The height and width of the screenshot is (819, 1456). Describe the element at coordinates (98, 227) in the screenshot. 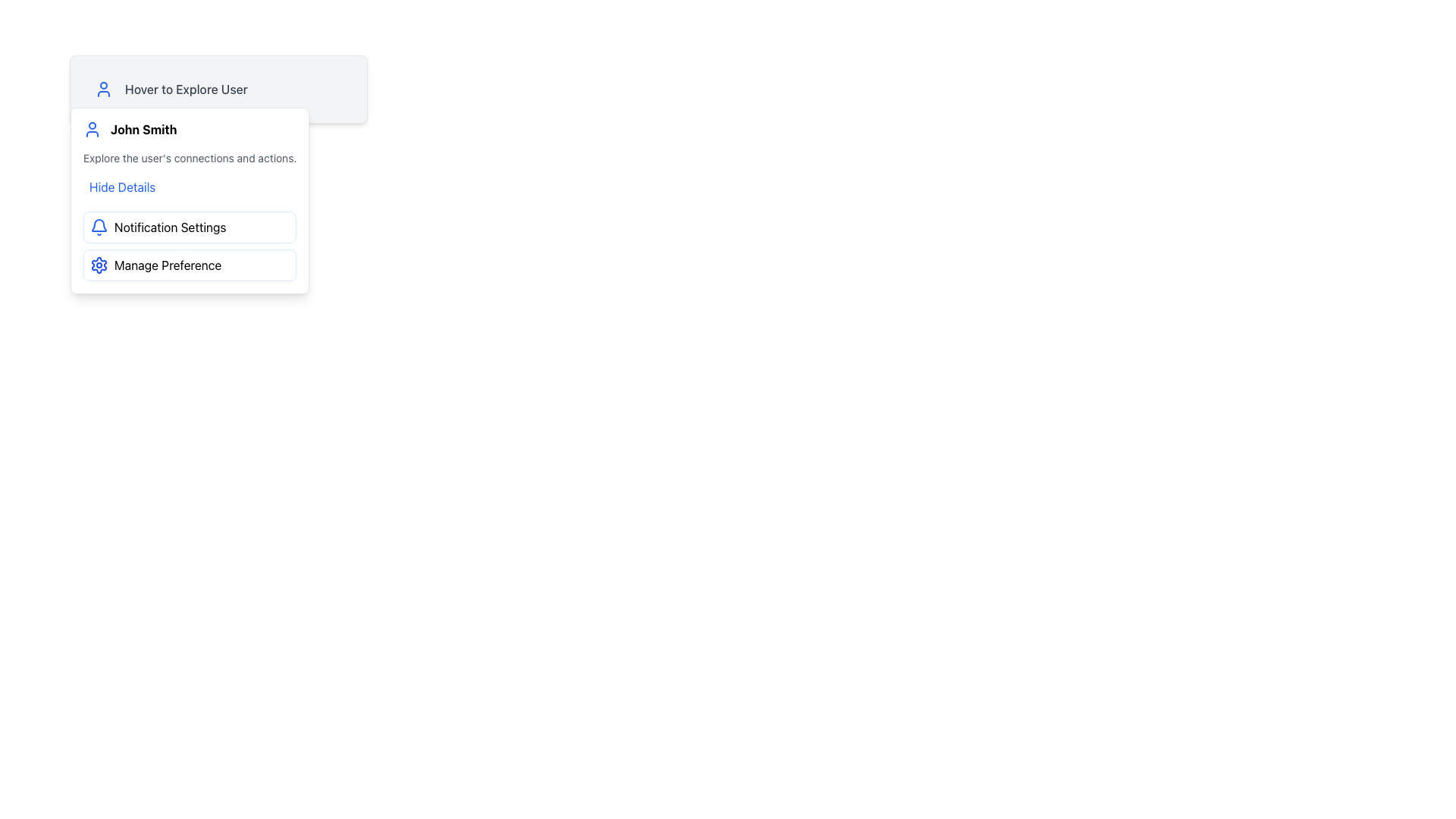

I see `the leftmost icon in the 'Notification Settings' section to interact with the notification settings feature` at that location.